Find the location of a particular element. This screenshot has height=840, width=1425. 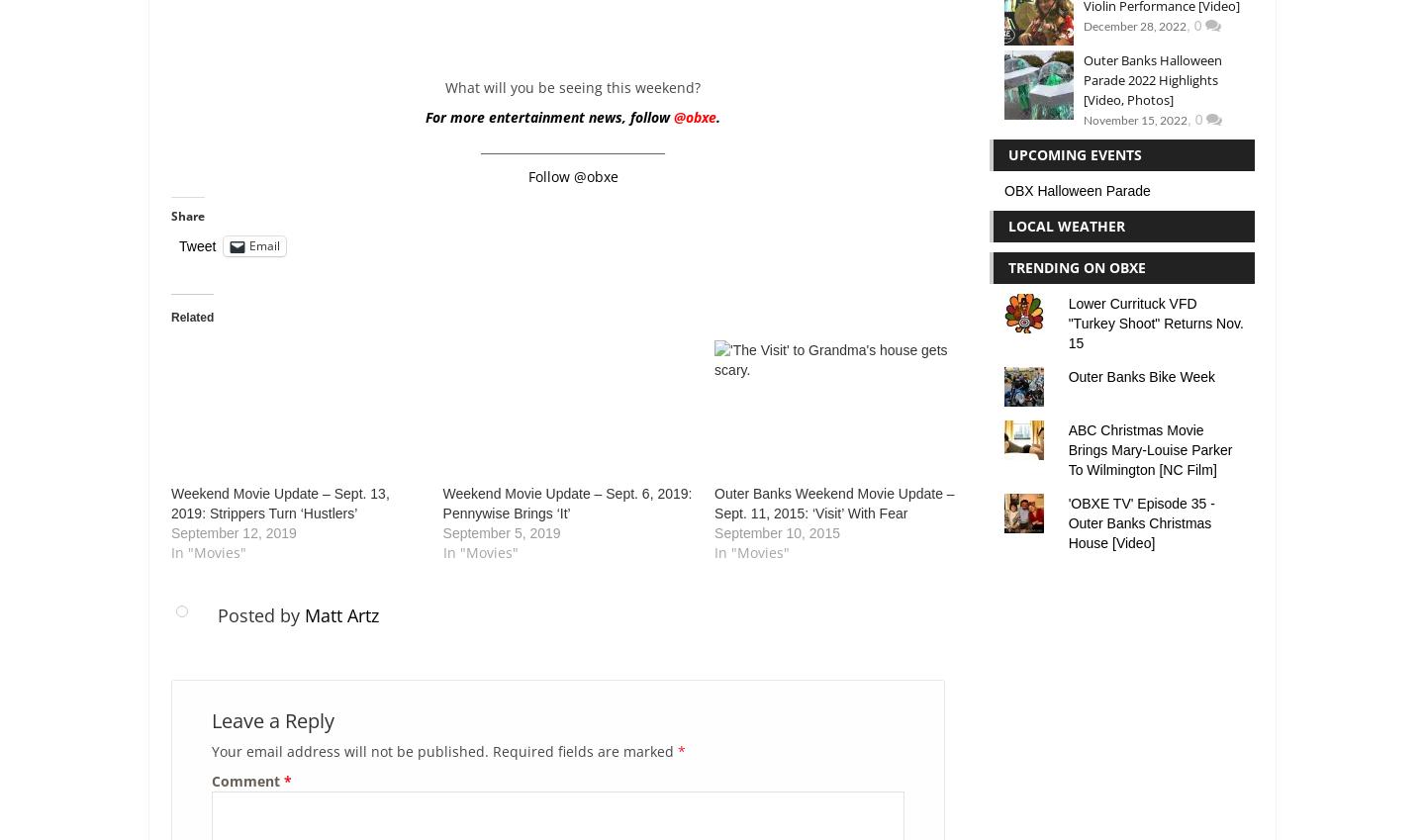

'ABC Christmas Movie Brings Mary-Louise Parker To Wilmington [NC Film]' is located at coordinates (1149, 448).